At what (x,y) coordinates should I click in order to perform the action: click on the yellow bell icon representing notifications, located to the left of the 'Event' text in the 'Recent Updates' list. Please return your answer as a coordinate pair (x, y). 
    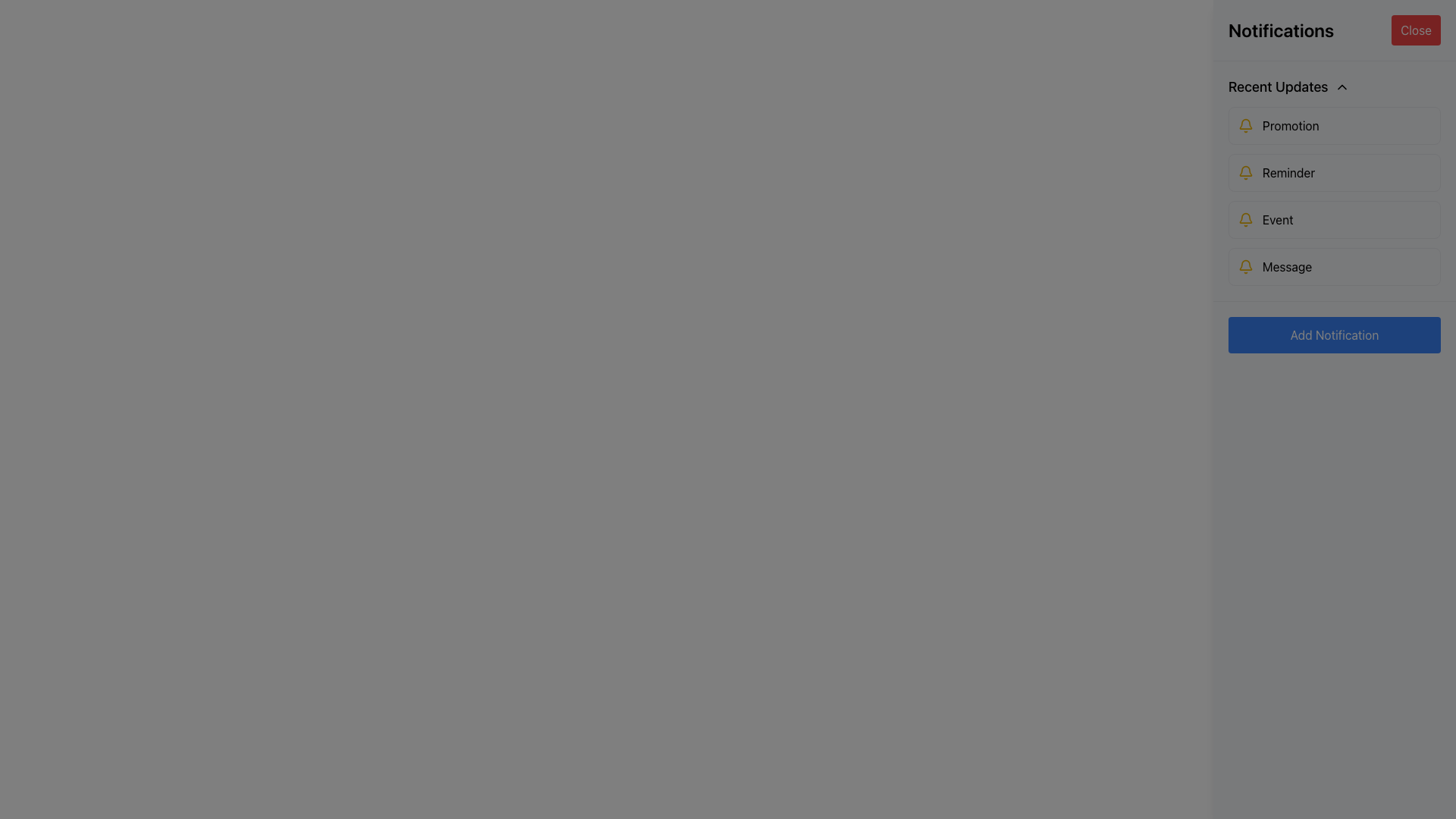
    Looking at the image, I should click on (1245, 219).